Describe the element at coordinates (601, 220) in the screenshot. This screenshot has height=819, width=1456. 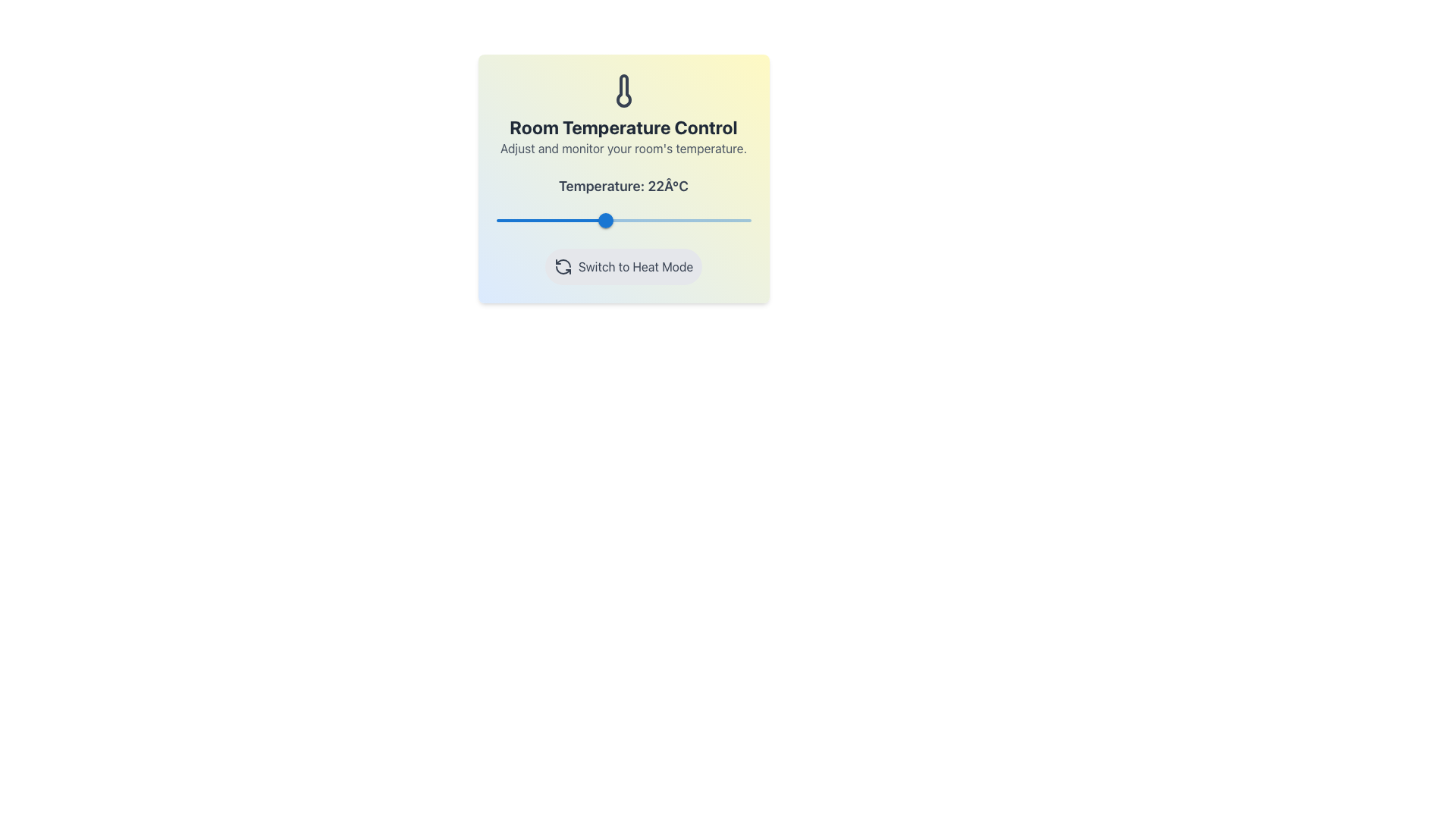
I see `the temperature` at that location.